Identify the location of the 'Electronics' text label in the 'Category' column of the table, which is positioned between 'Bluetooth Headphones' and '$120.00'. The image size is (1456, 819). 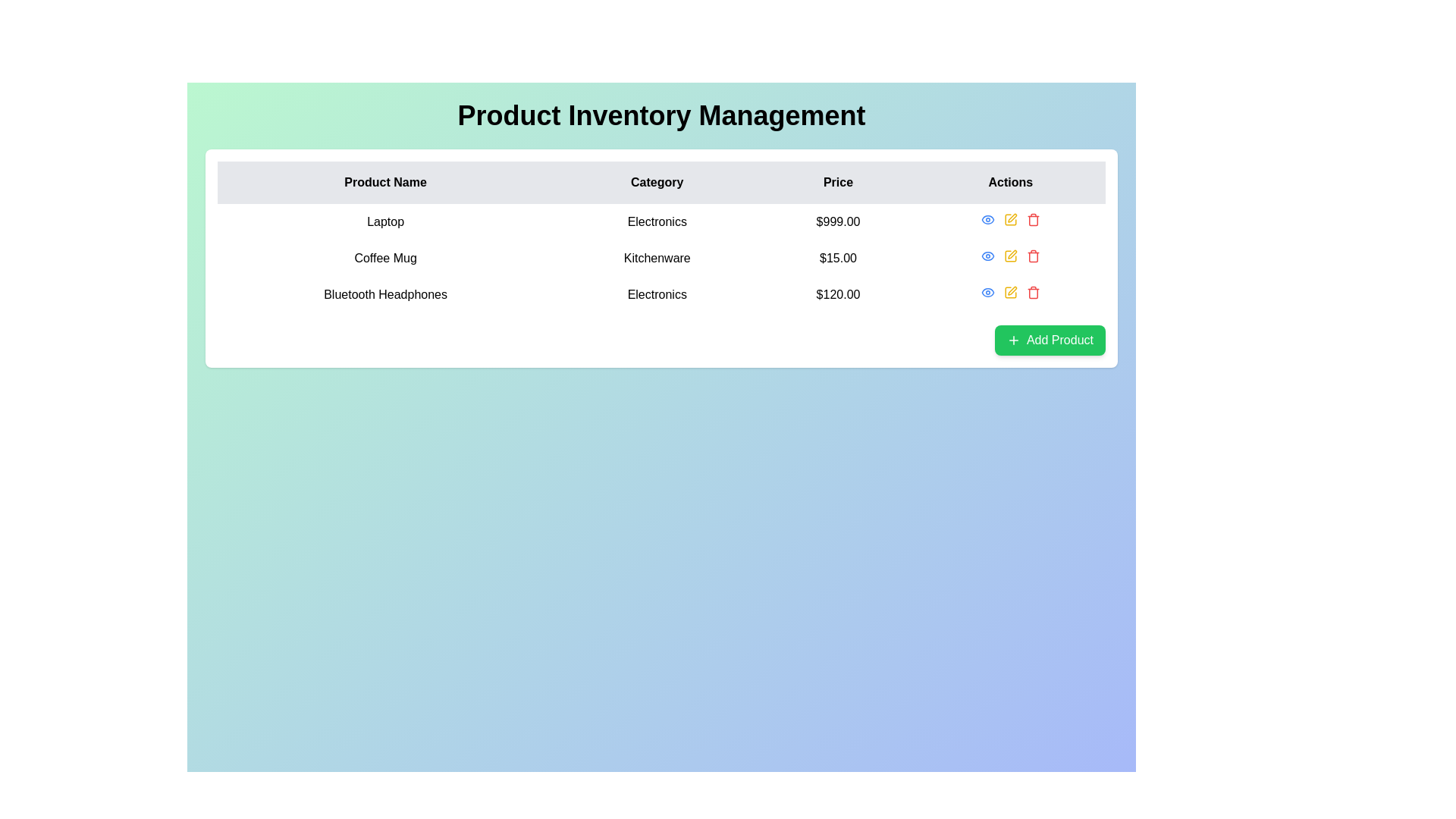
(657, 295).